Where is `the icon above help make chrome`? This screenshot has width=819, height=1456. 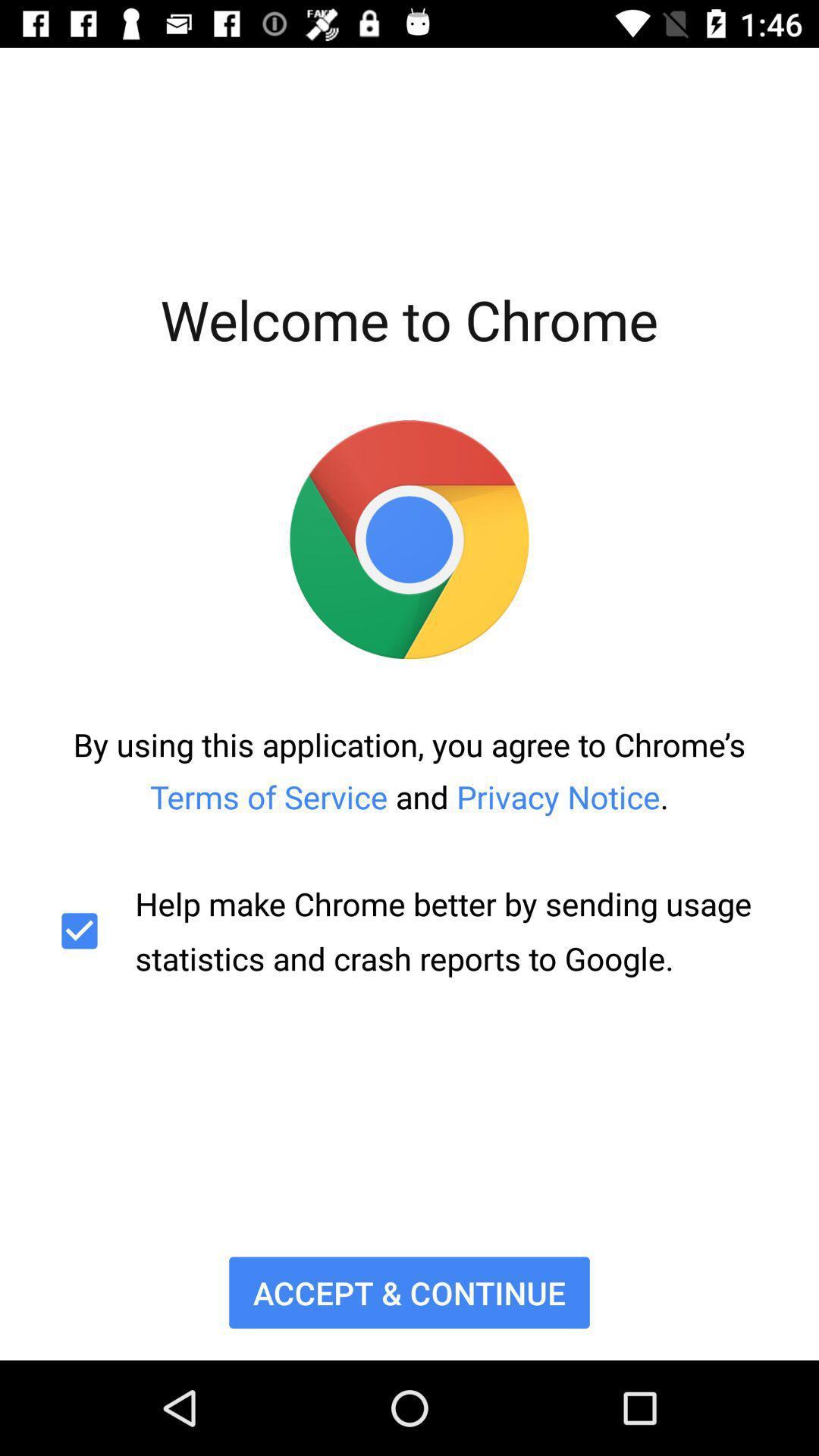
the icon above help make chrome is located at coordinates (409, 770).